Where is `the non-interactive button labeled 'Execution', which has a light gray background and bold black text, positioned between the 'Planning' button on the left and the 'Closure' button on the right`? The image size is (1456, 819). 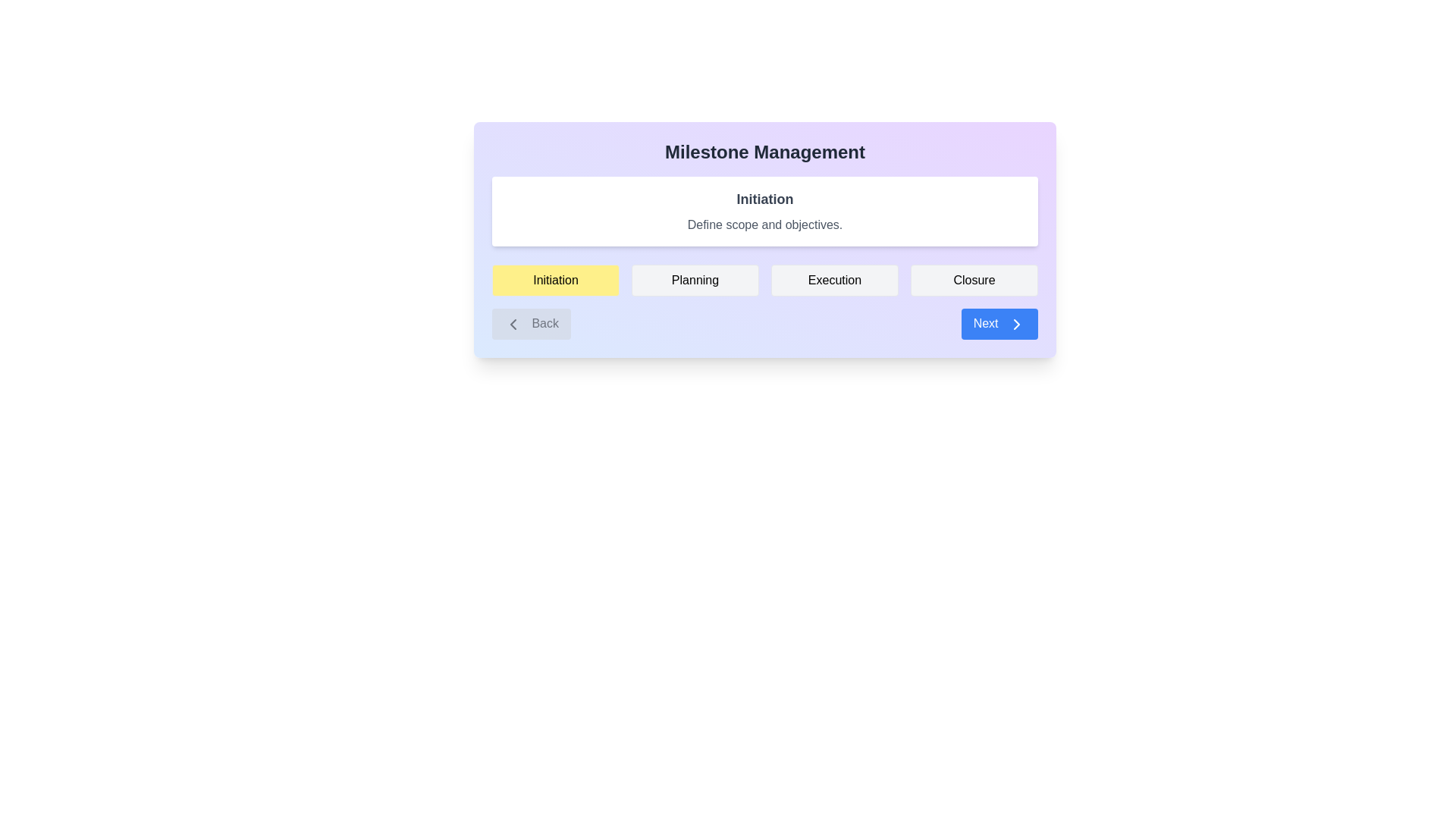 the non-interactive button labeled 'Execution', which has a light gray background and bold black text, positioned between the 'Planning' button on the left and the 'Closure' button on the right is located at coordinates (833, 281).